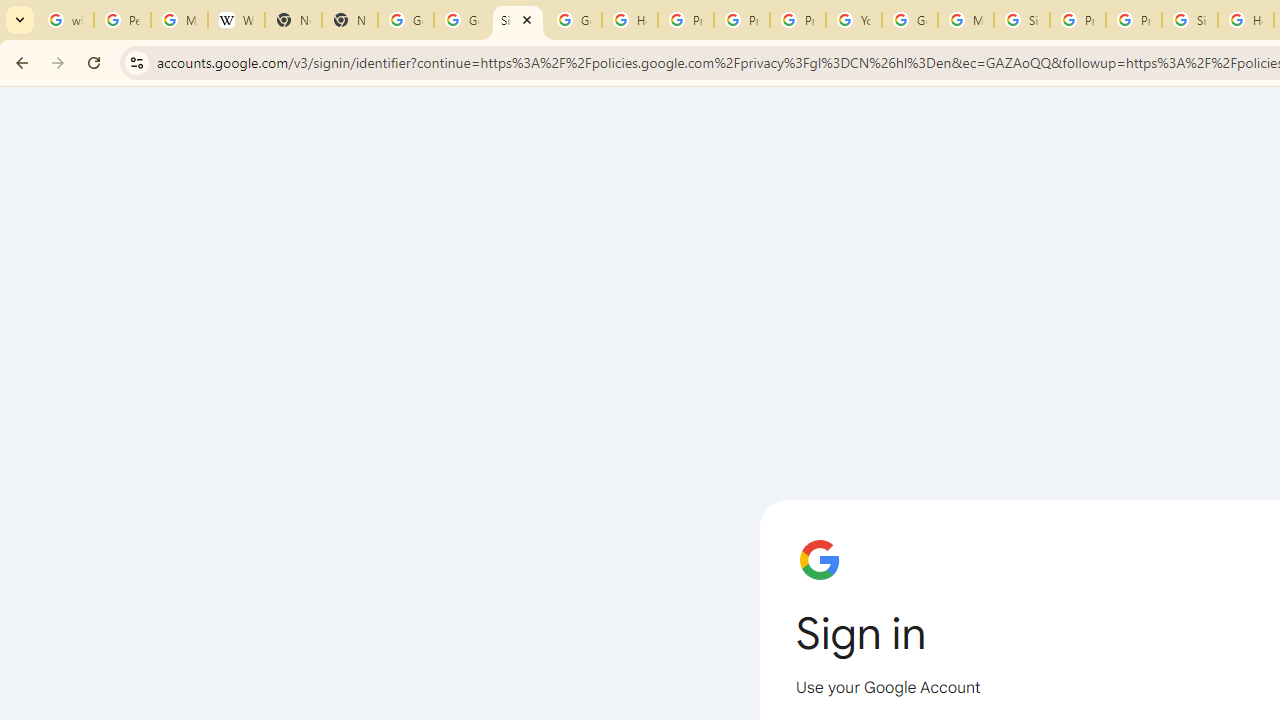  I want to click on 'Wikipedia:Edit requests - Wikipedia', so click(236, 20).